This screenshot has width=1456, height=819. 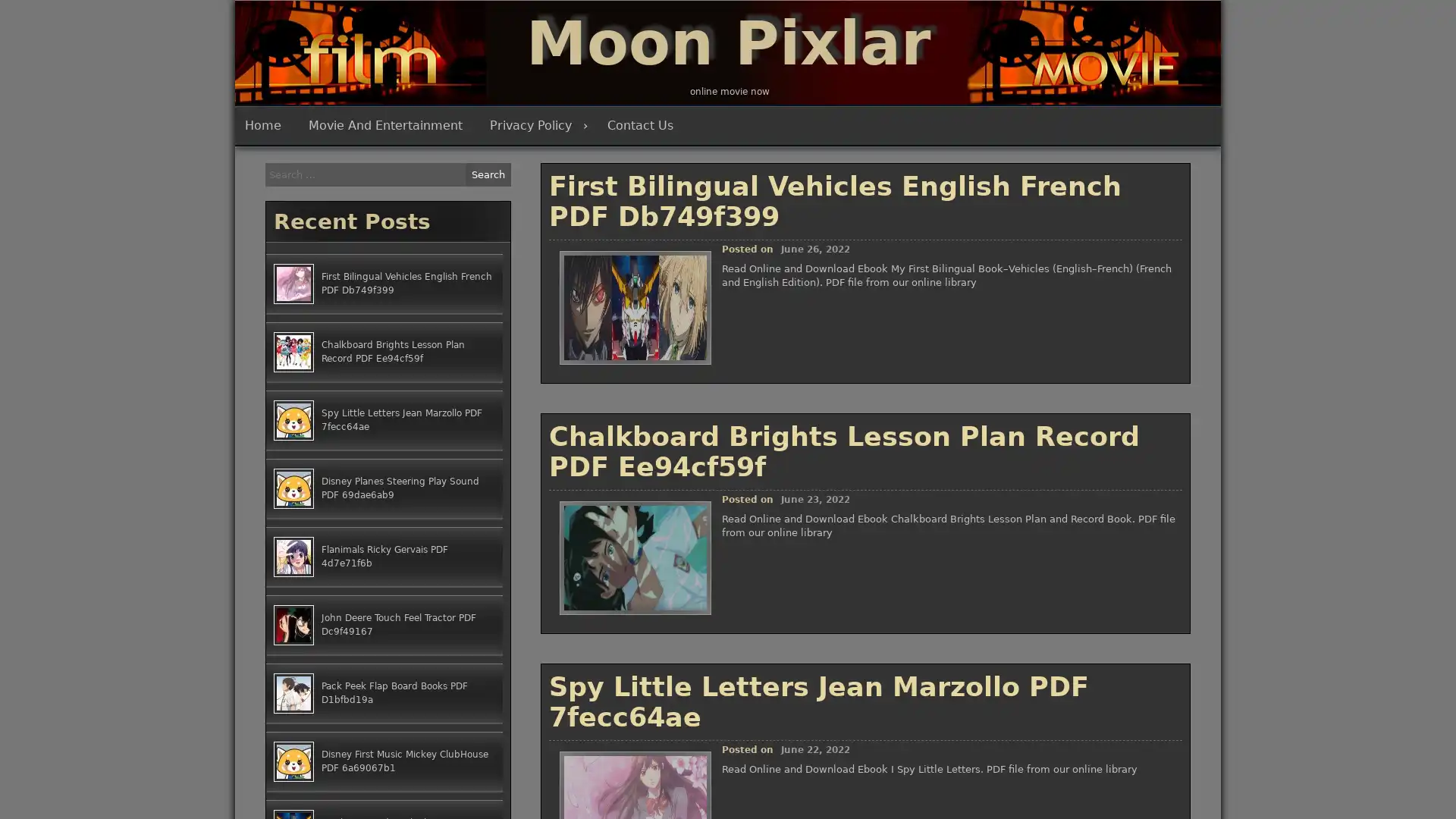 What do you see at coordinates (488, 174) in the screenshot?
I see `Search` at bounding box center [488, 174].